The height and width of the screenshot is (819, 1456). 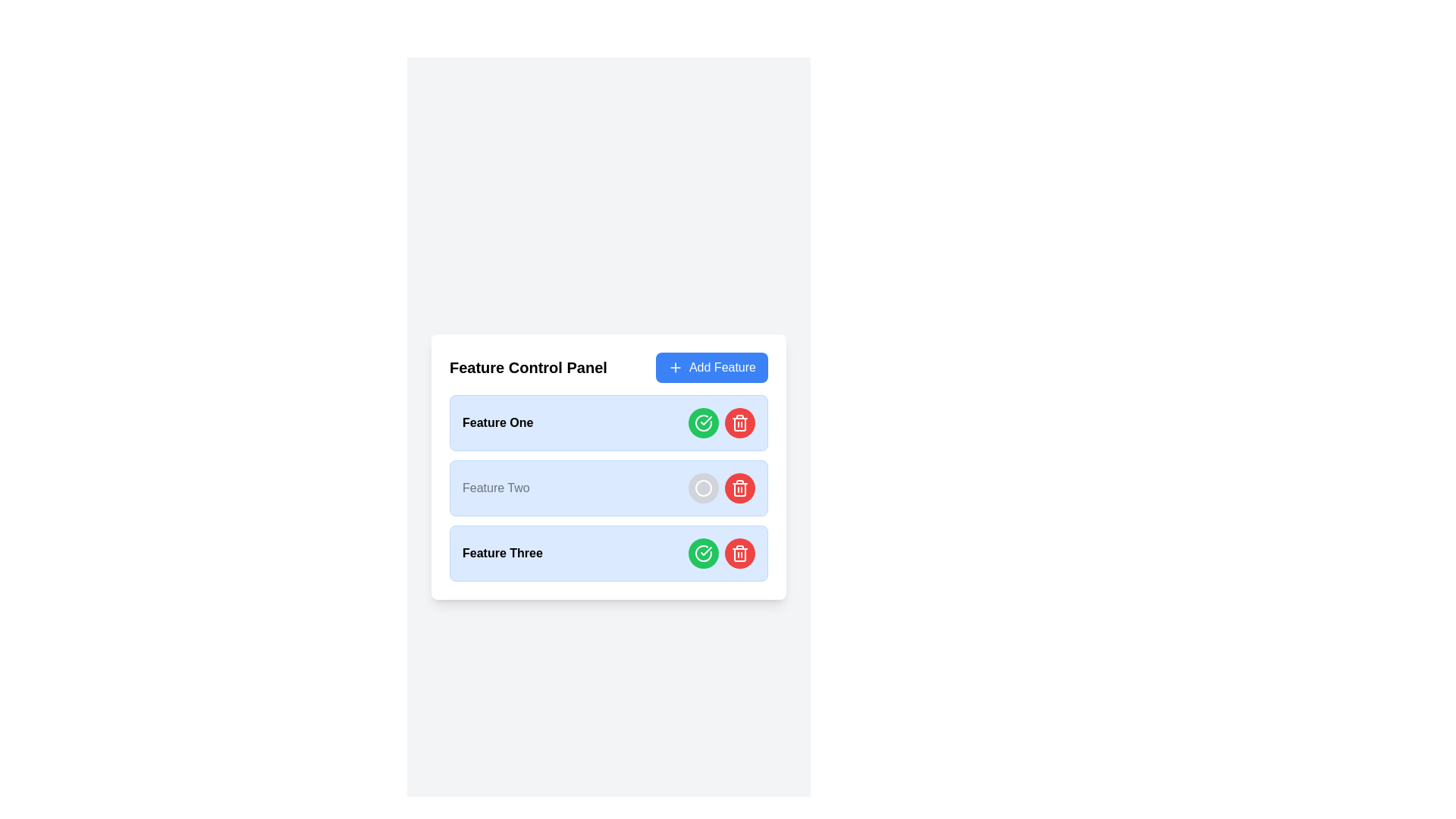 What do you see at coordinates (705, 551) in the screenshot?
I see `the toggle icon located on the right side of the third item in the 'Feature Control Panel'` at bounding box center [705, 551].